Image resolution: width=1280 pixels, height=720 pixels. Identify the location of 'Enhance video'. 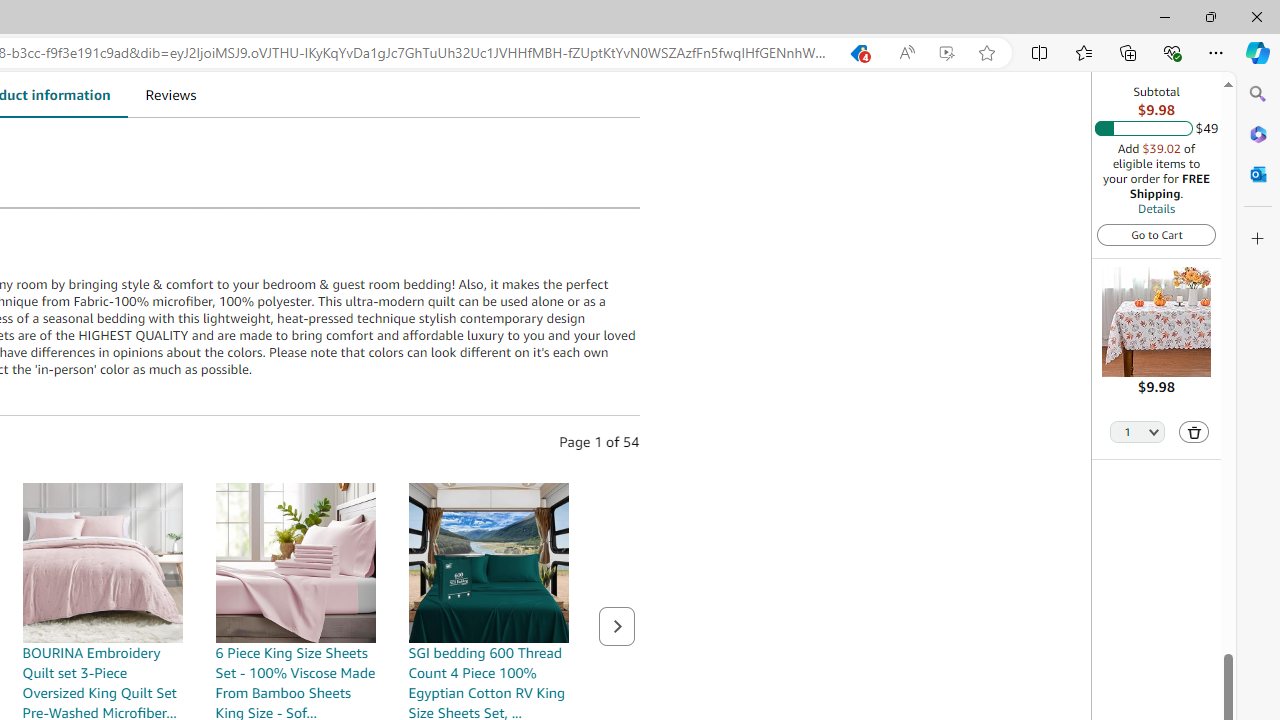
(945, 52).